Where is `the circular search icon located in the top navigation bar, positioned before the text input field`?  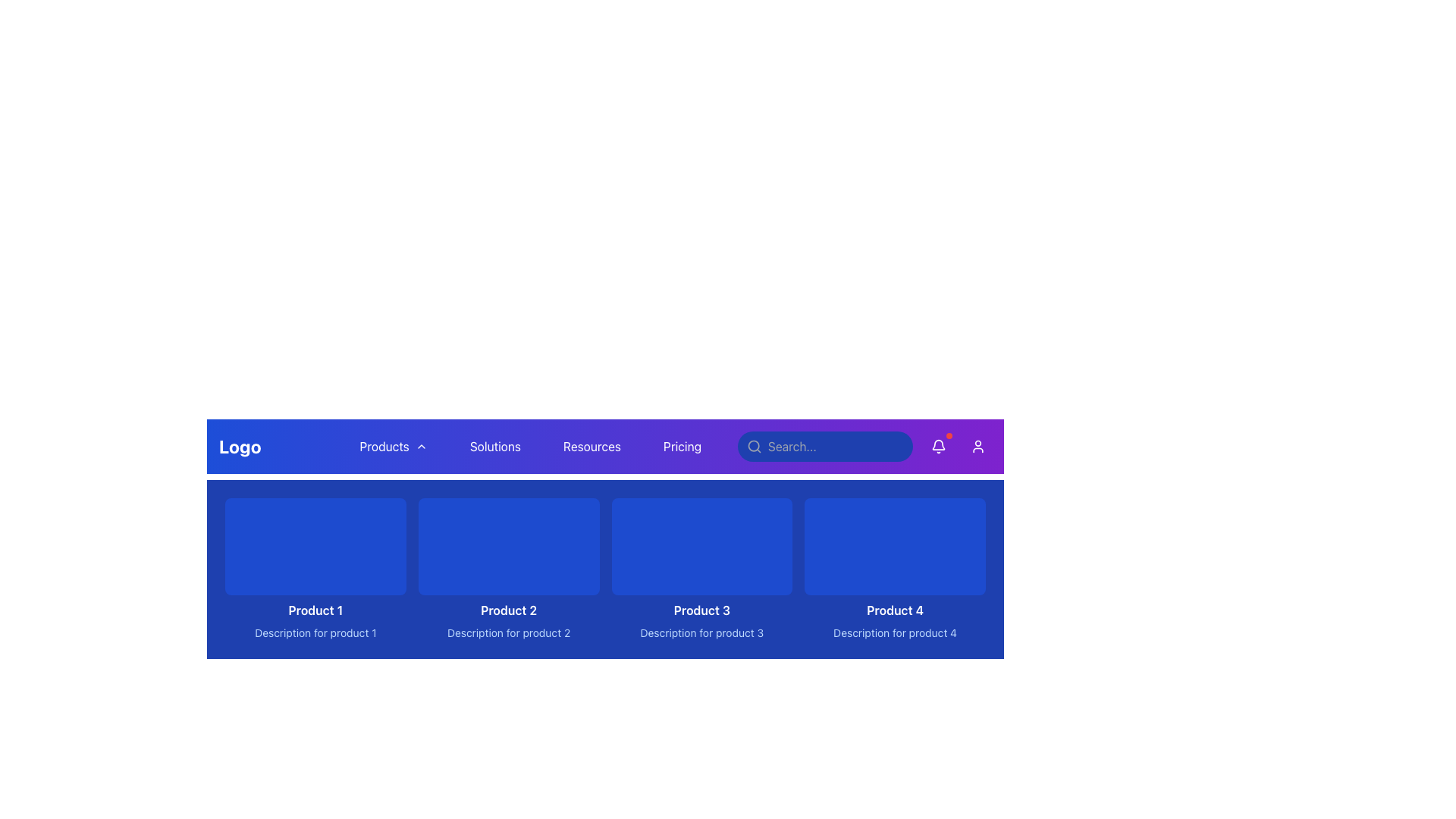
the circular search icon located in the top navigation bar, positioned before the text input field is located at coordinates (754, 445).